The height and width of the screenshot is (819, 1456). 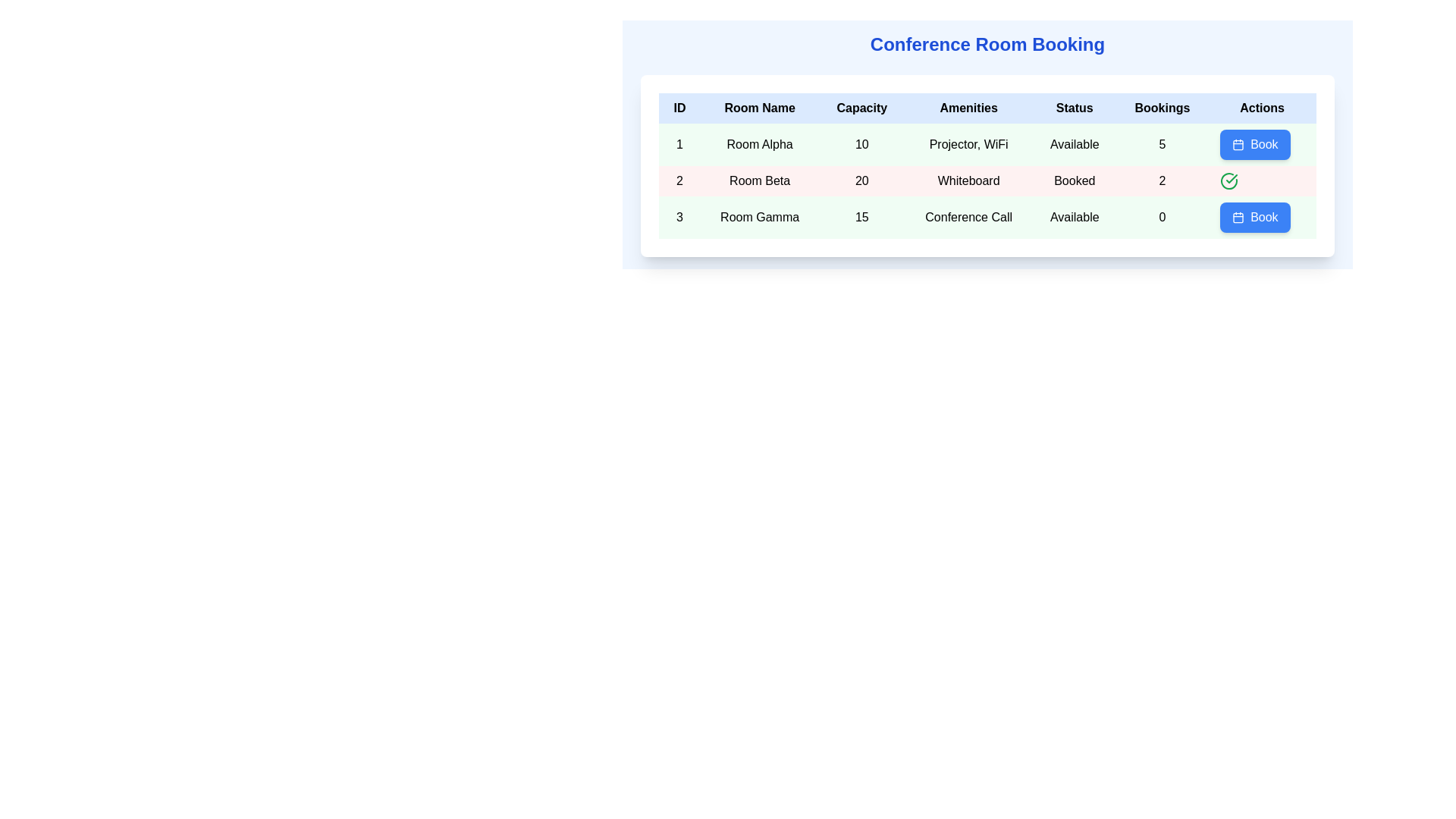 I want to click on the blue rounded rectangle SVG component that is part of the calendar icon in the 'Actions' column for 'Room Alpha', so click(x=1238, y=145).